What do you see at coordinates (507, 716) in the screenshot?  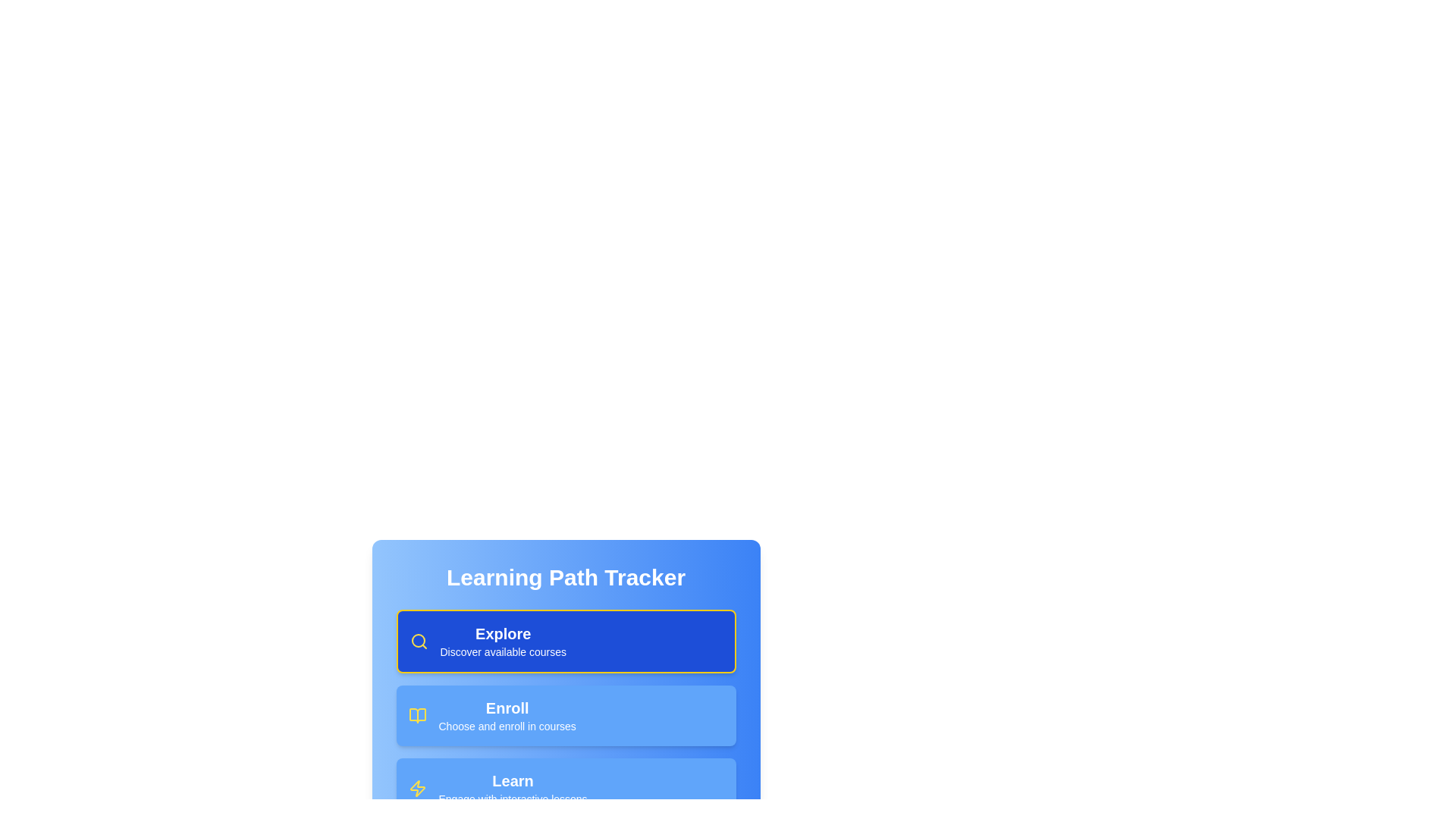 I see `the 'Enroll' text block, which displays 'Enroll' in bold and larger font on a blue background, located below the 'Explore' section and above the 'Learn' section` at bounding box center [507, 716].